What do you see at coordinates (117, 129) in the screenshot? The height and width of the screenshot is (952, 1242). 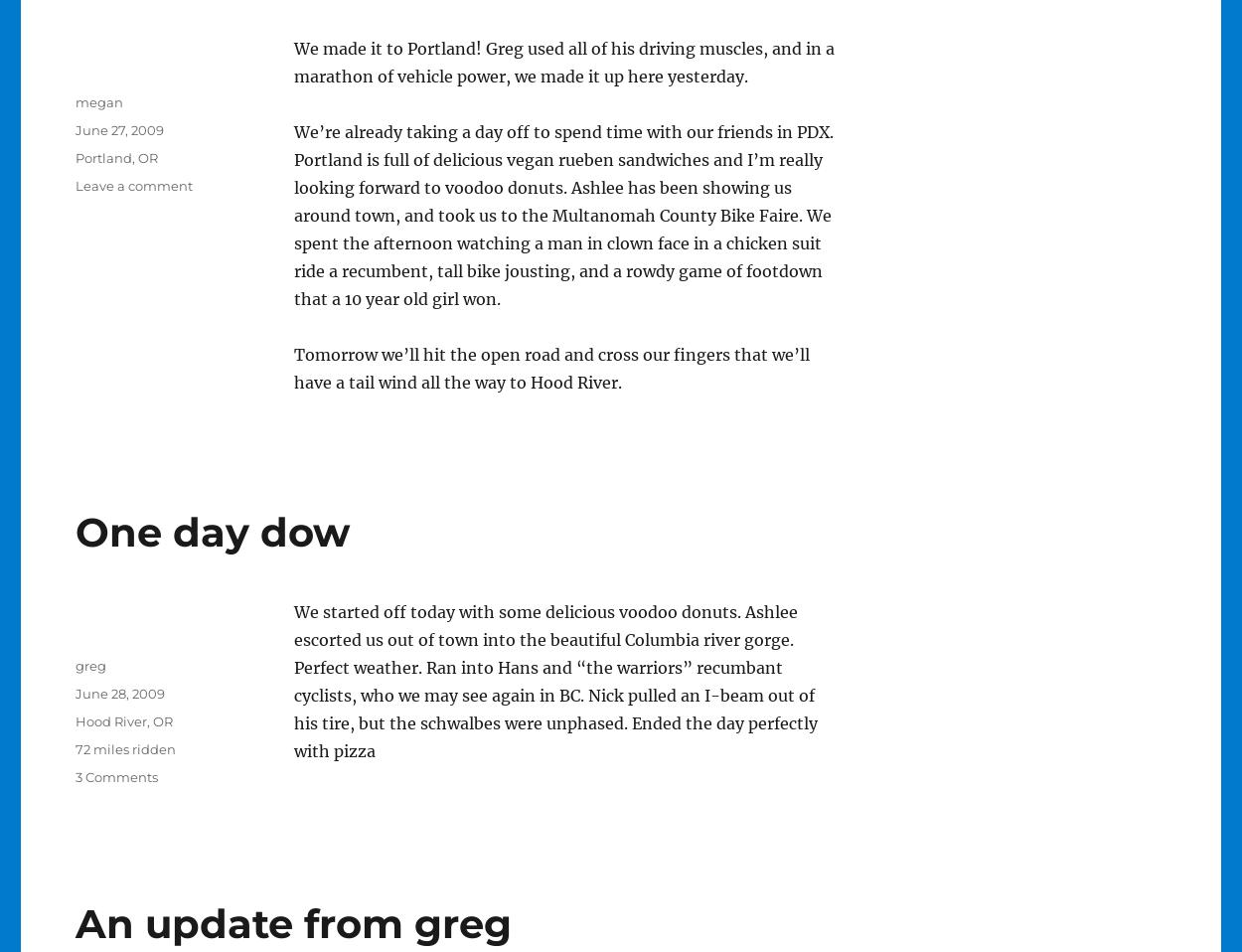 I see `'June 27, 2009'` at bounding box center [117, 129].